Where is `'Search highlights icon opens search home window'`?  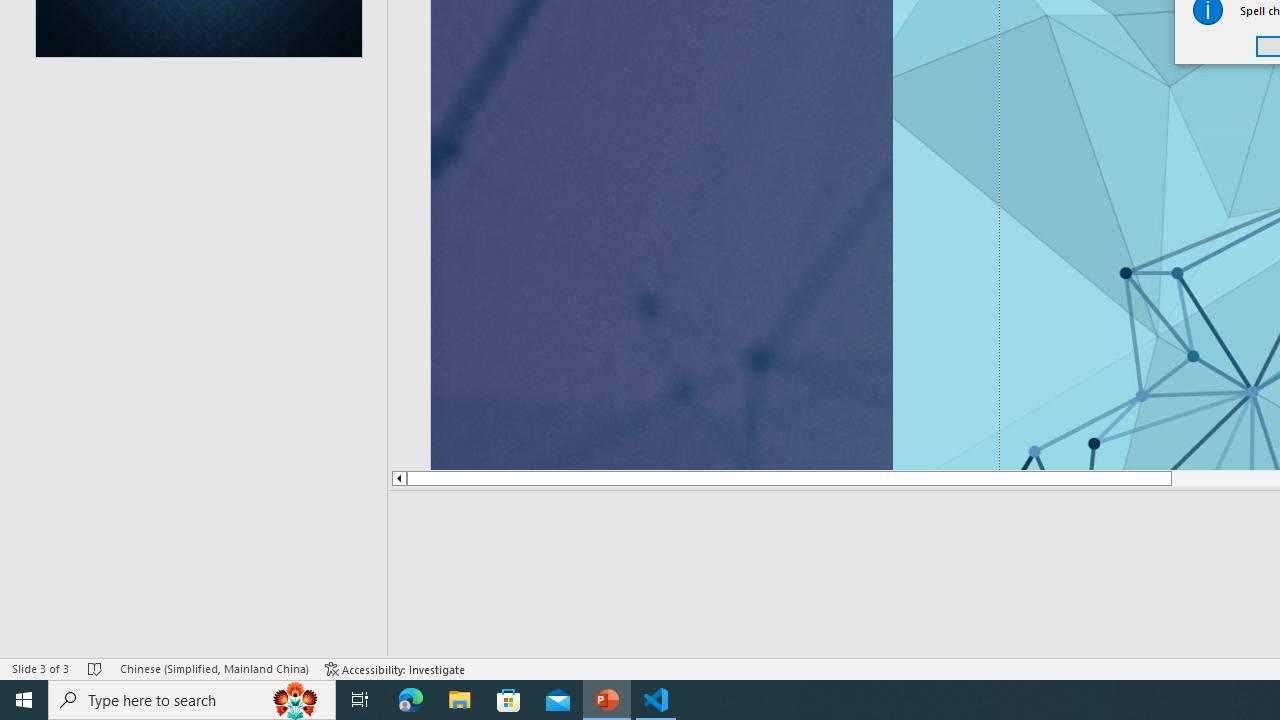
'Search highlights icon opens search home window' is located at coordinates (294, 698).